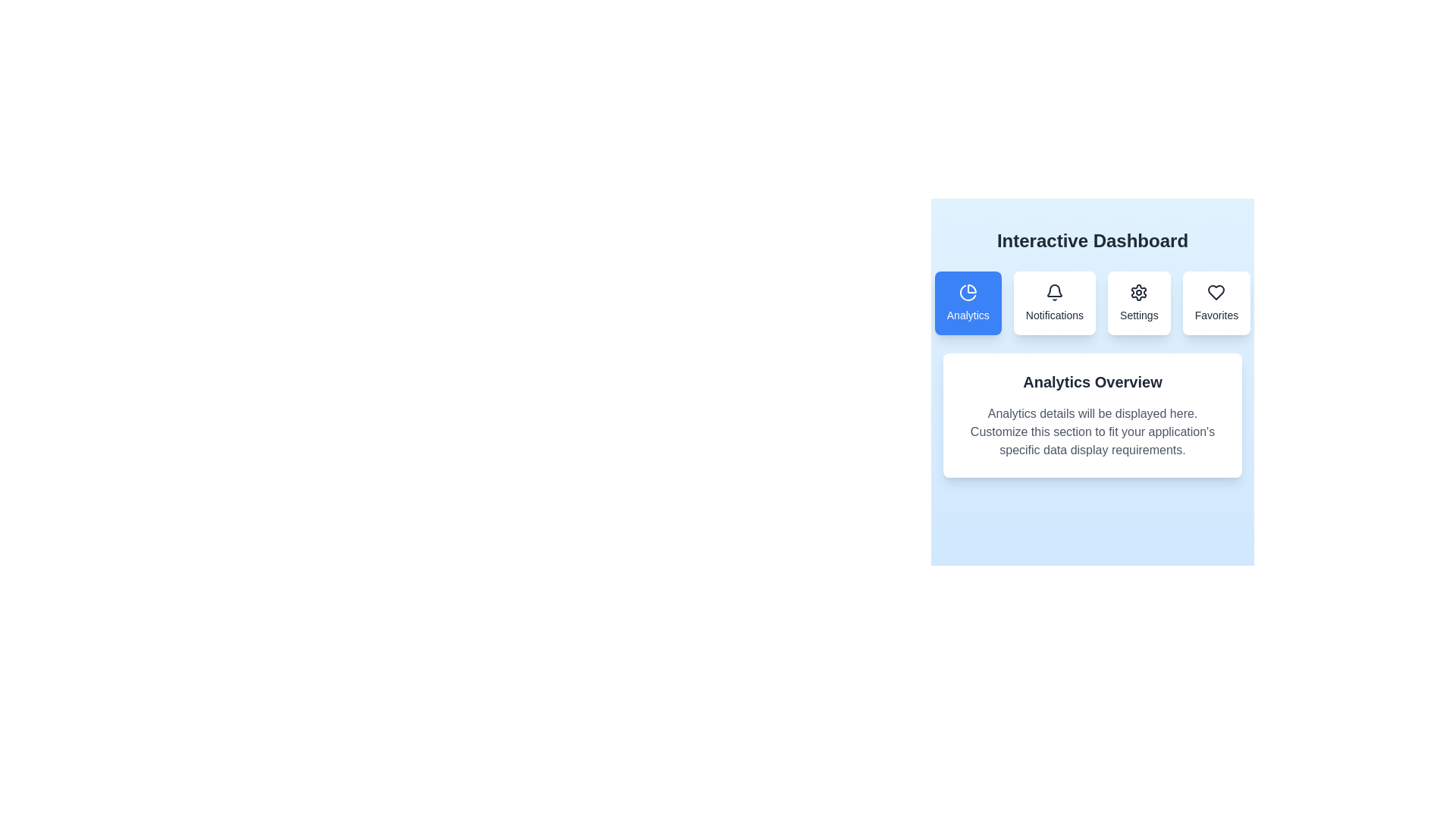  I want to click on the gear icon representing the 'Settings' option in the navigation bar located at the top section of the card layout, so click(1139, 292).